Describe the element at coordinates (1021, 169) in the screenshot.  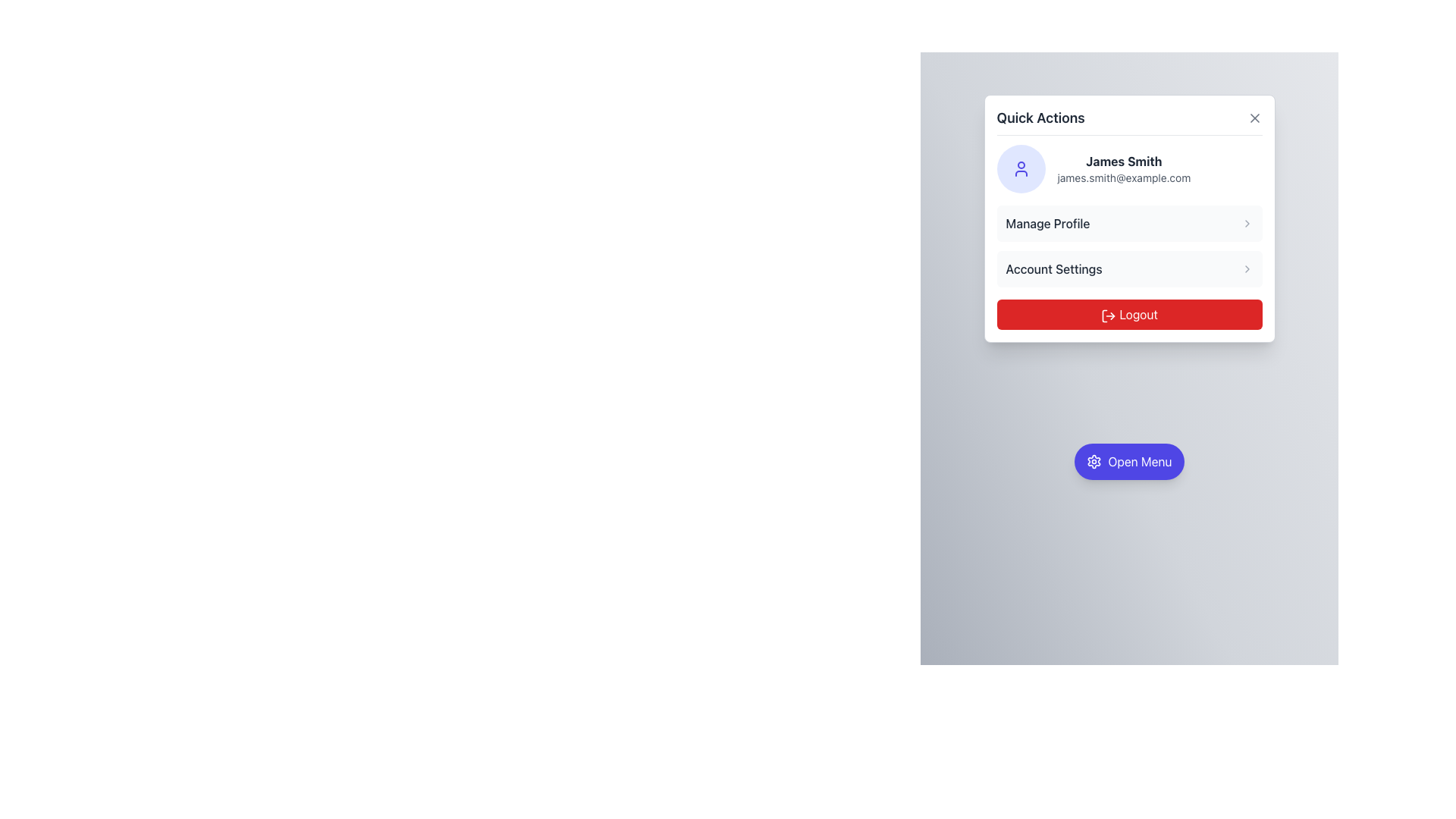
I see `the user profile SVG icon located in the Quick Actions modal dialog, which is set against a circular indigo-light background at the top-left of the panel` at that location.